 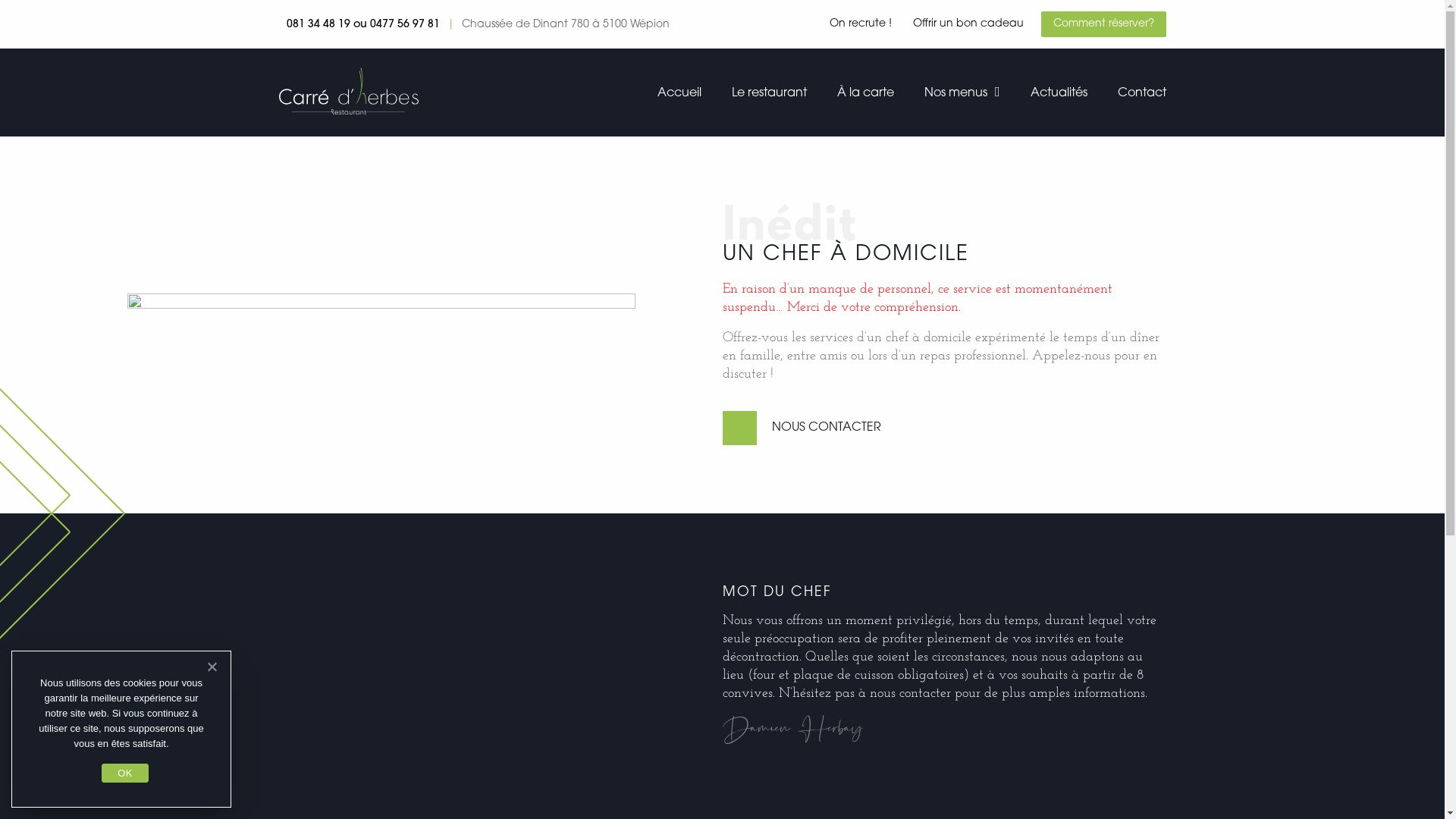 I want to click on 'On recrute !', so click(x=860, y=24).